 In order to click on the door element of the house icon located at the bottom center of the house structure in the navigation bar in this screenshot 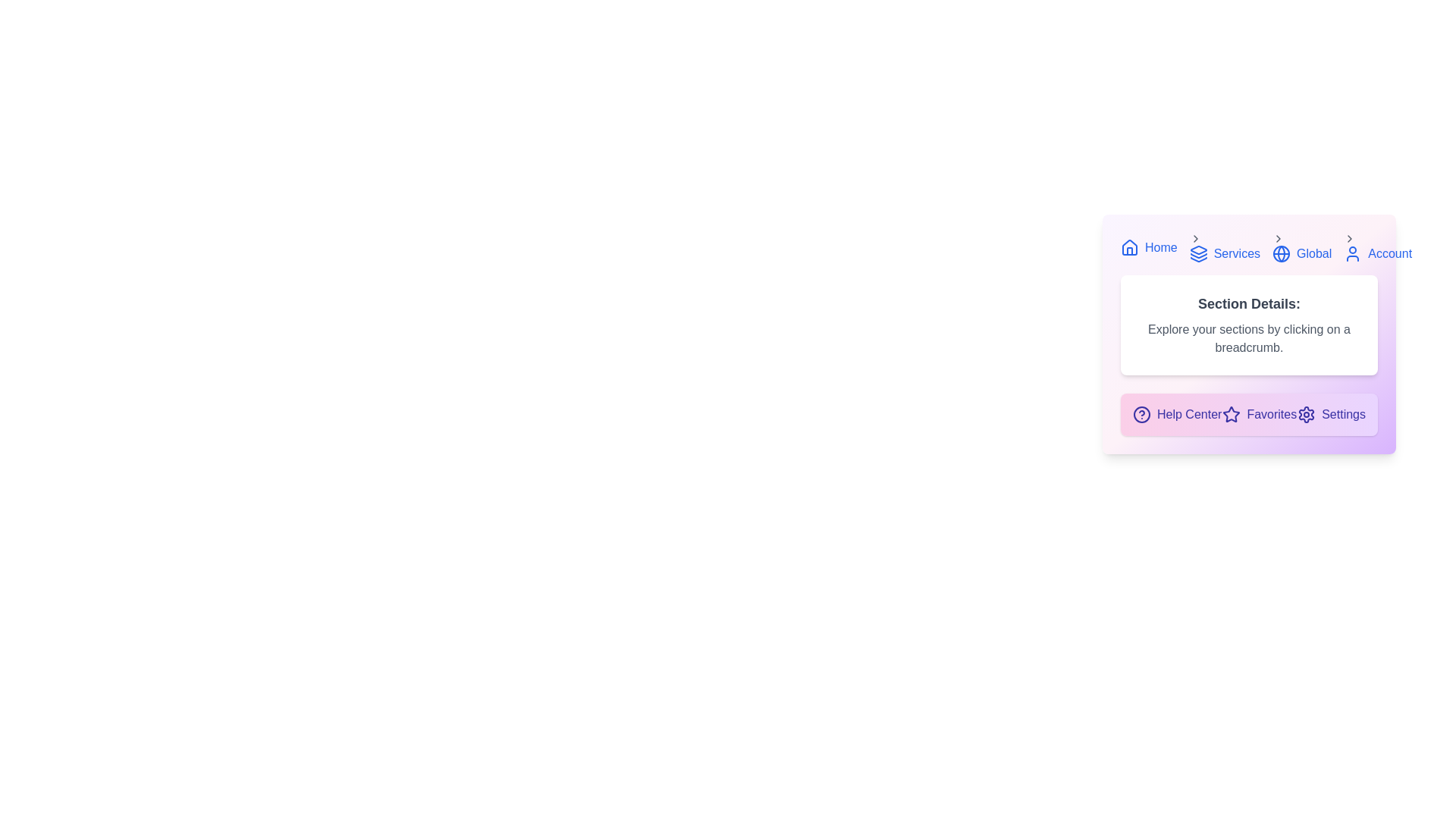, I will do `click(1129, 250)`.